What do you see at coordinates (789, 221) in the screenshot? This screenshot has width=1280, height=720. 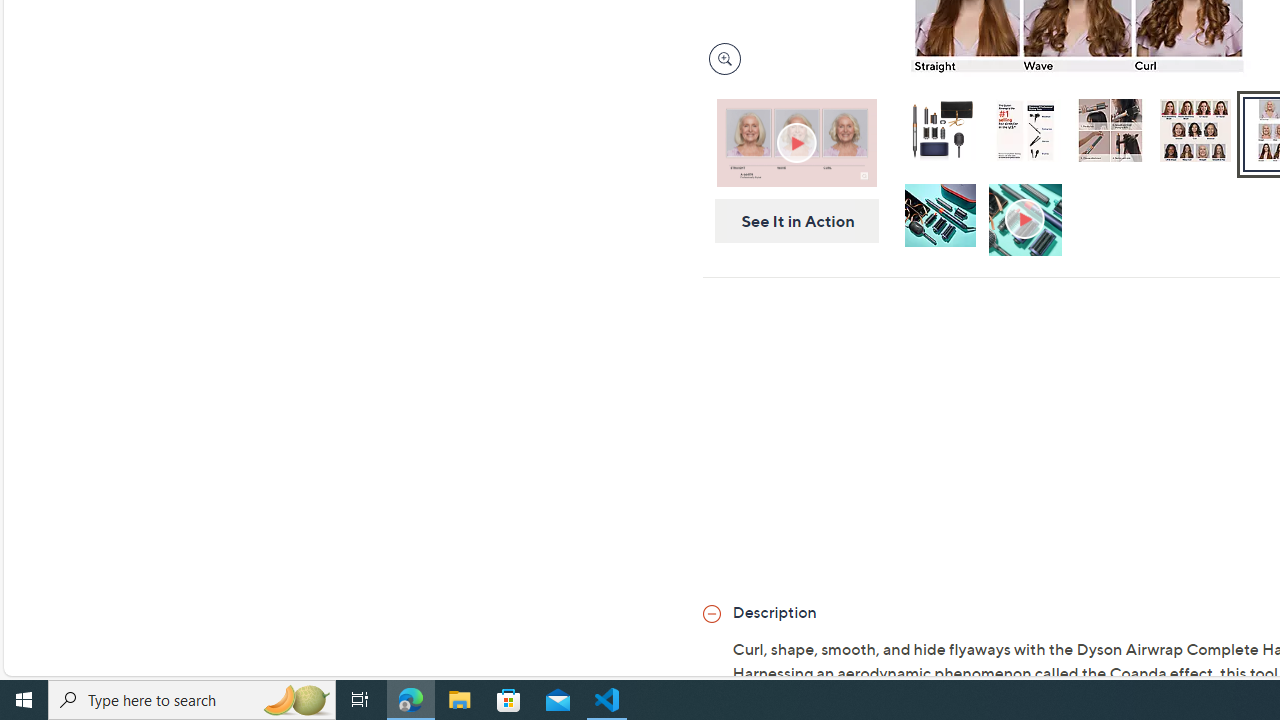 I see `'See It in Action'` at bounding box center [789, 221].